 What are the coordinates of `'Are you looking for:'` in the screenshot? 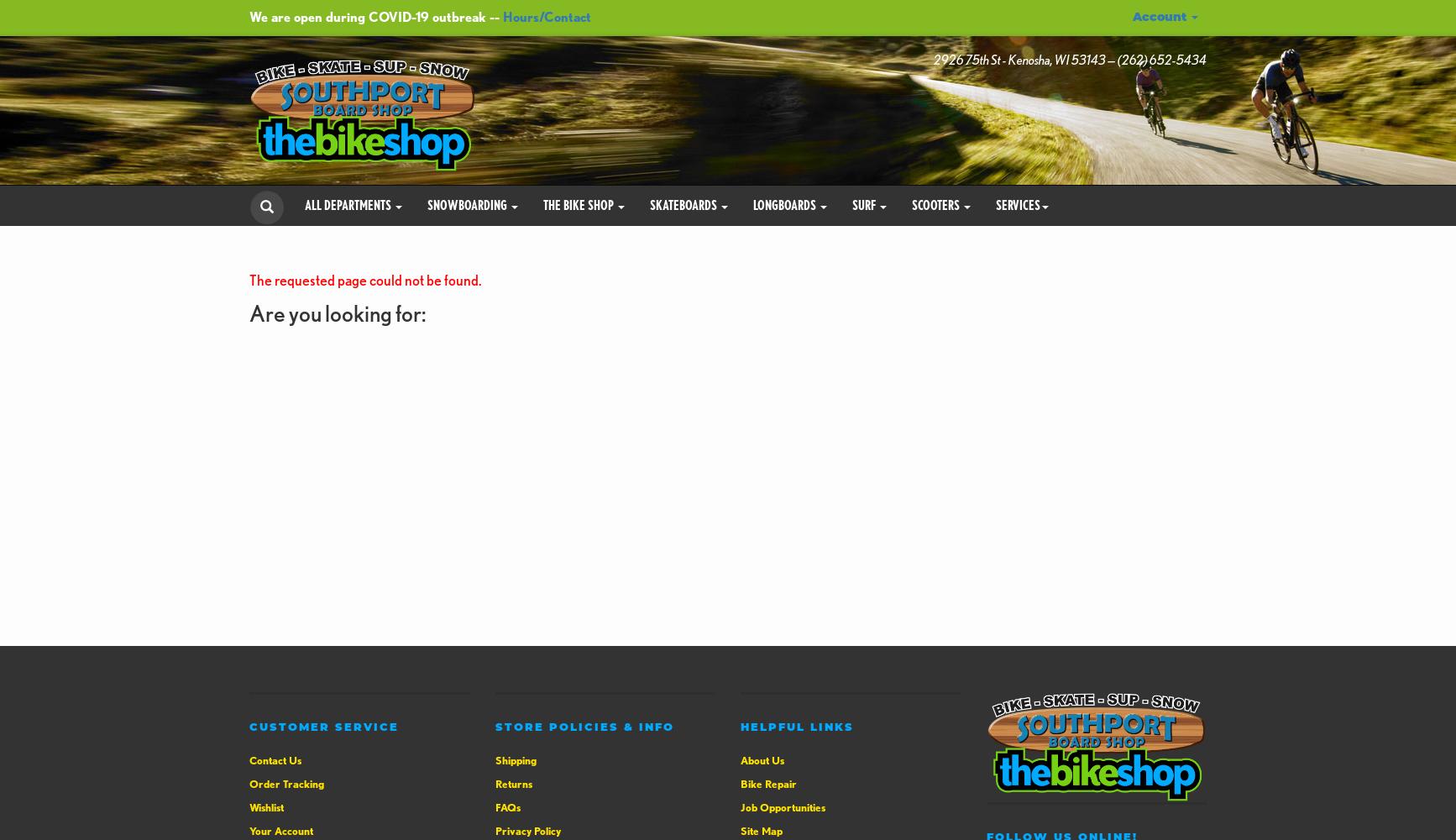 It's located at (337, 312).